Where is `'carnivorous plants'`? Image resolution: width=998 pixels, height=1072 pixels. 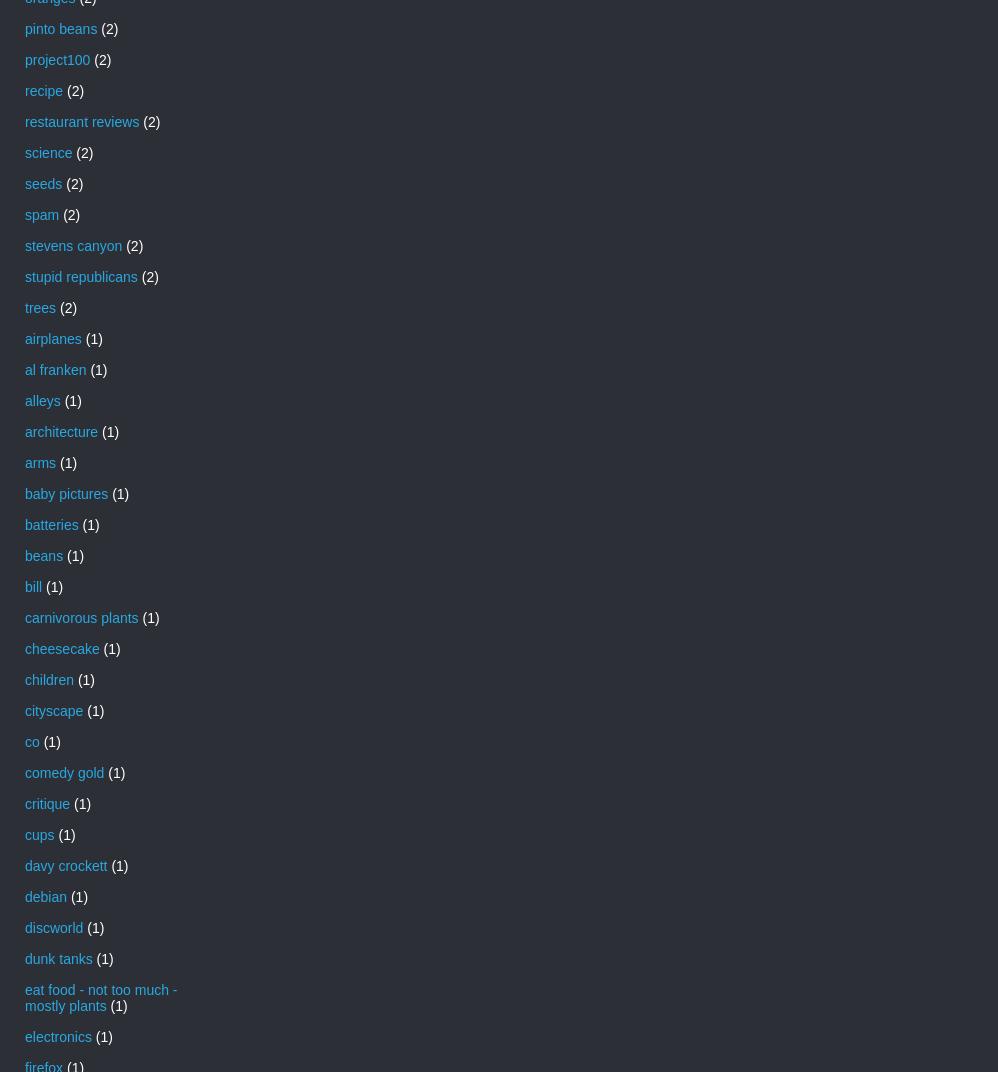 'carnivorous plants' is located at coordinates (25, 617).